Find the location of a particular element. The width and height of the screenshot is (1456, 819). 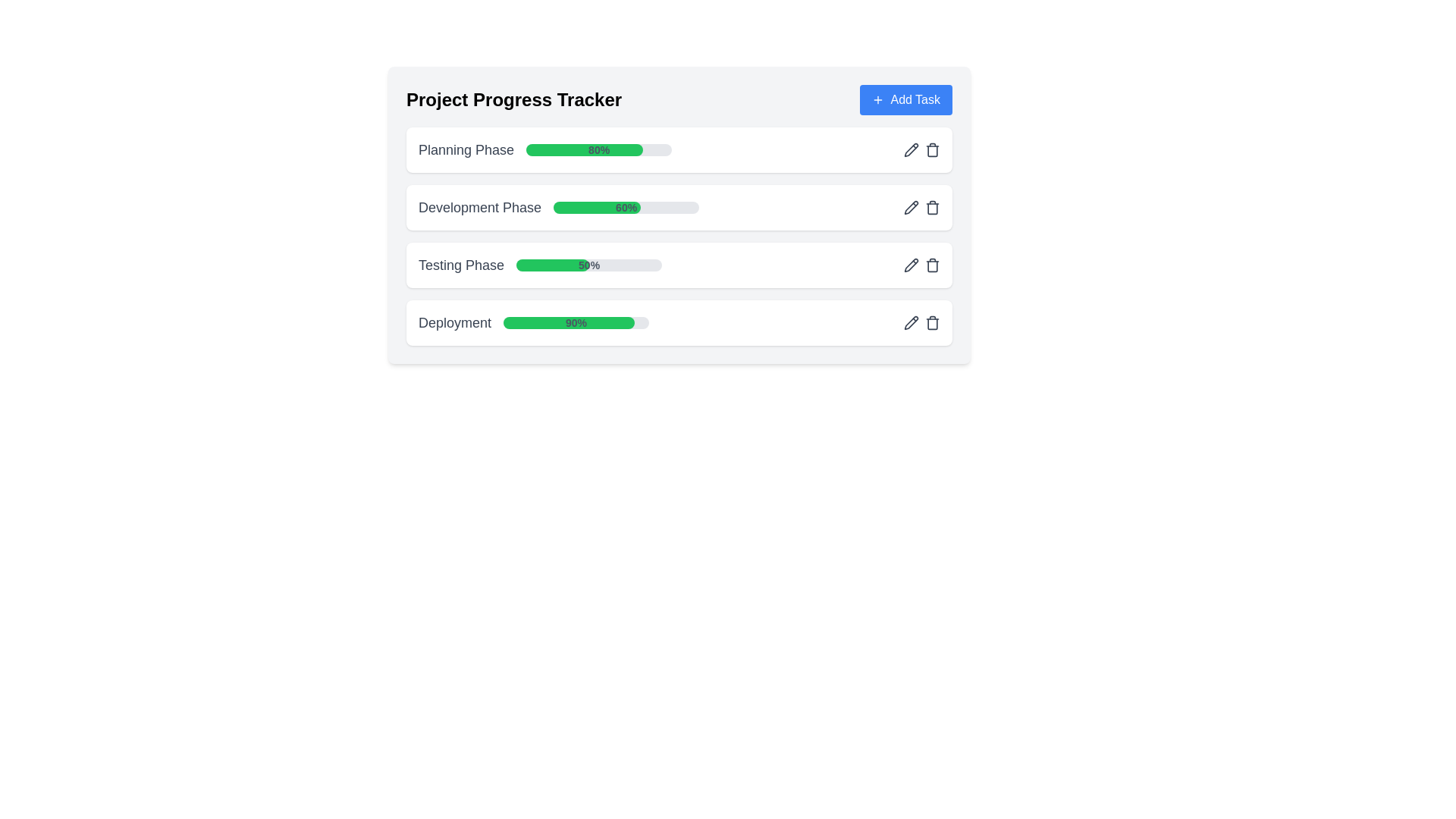

the delete icon in the third row of the task list is located at coordinates (931, 207).